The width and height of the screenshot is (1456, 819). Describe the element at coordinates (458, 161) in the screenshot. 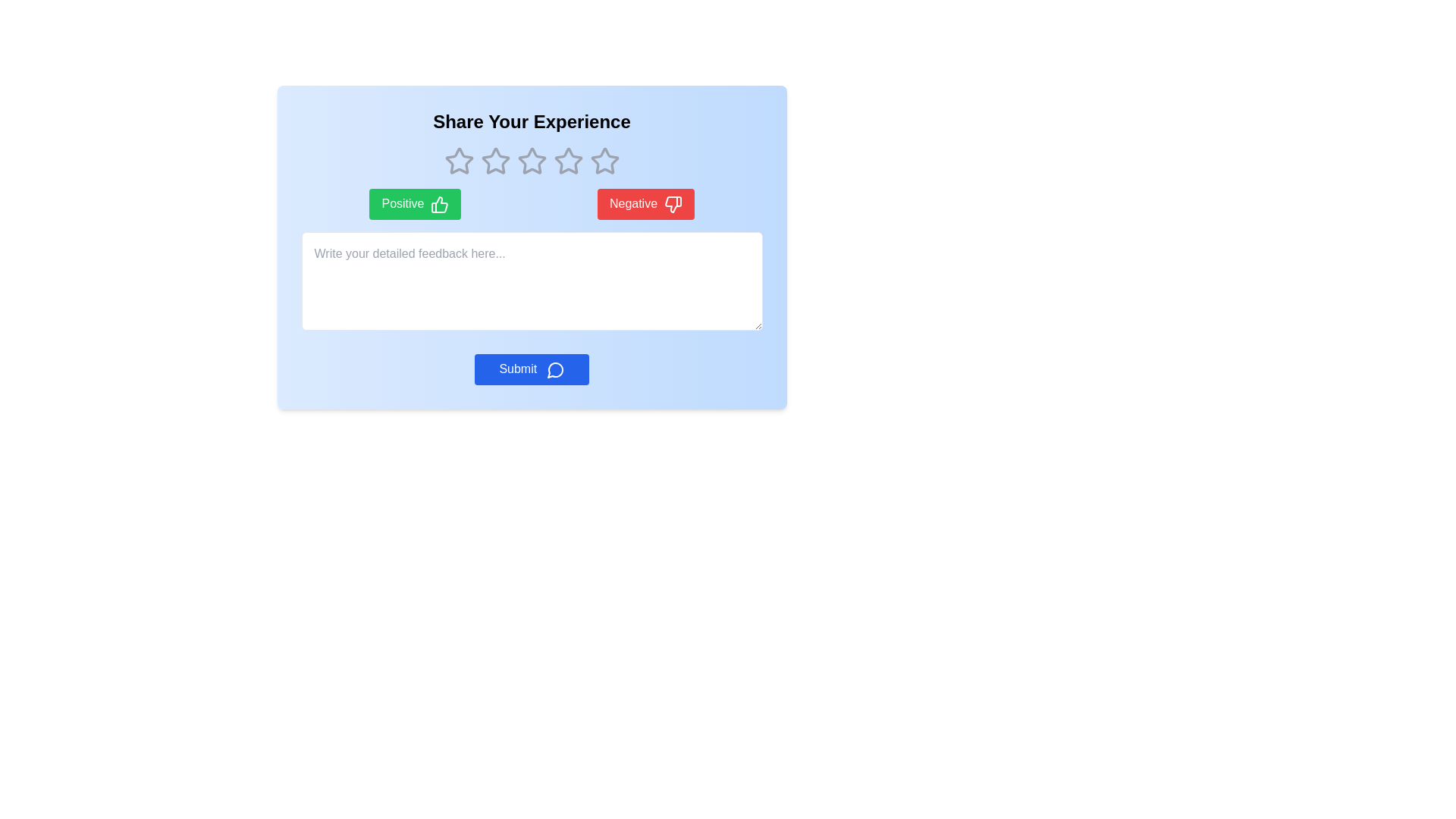

I see `the first gray star icon in the sequence of rating icons below the 'Share Your Experience' label` at that location.